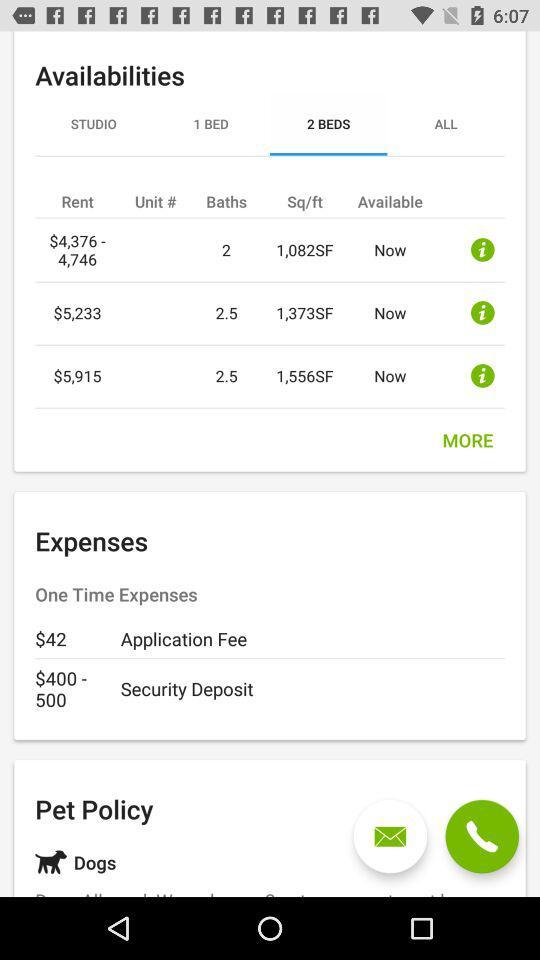 This screenshot has height=960, width=540. Describe the element at coordinates (481, 836) in the screenshot. I see `the call icon` at that location.